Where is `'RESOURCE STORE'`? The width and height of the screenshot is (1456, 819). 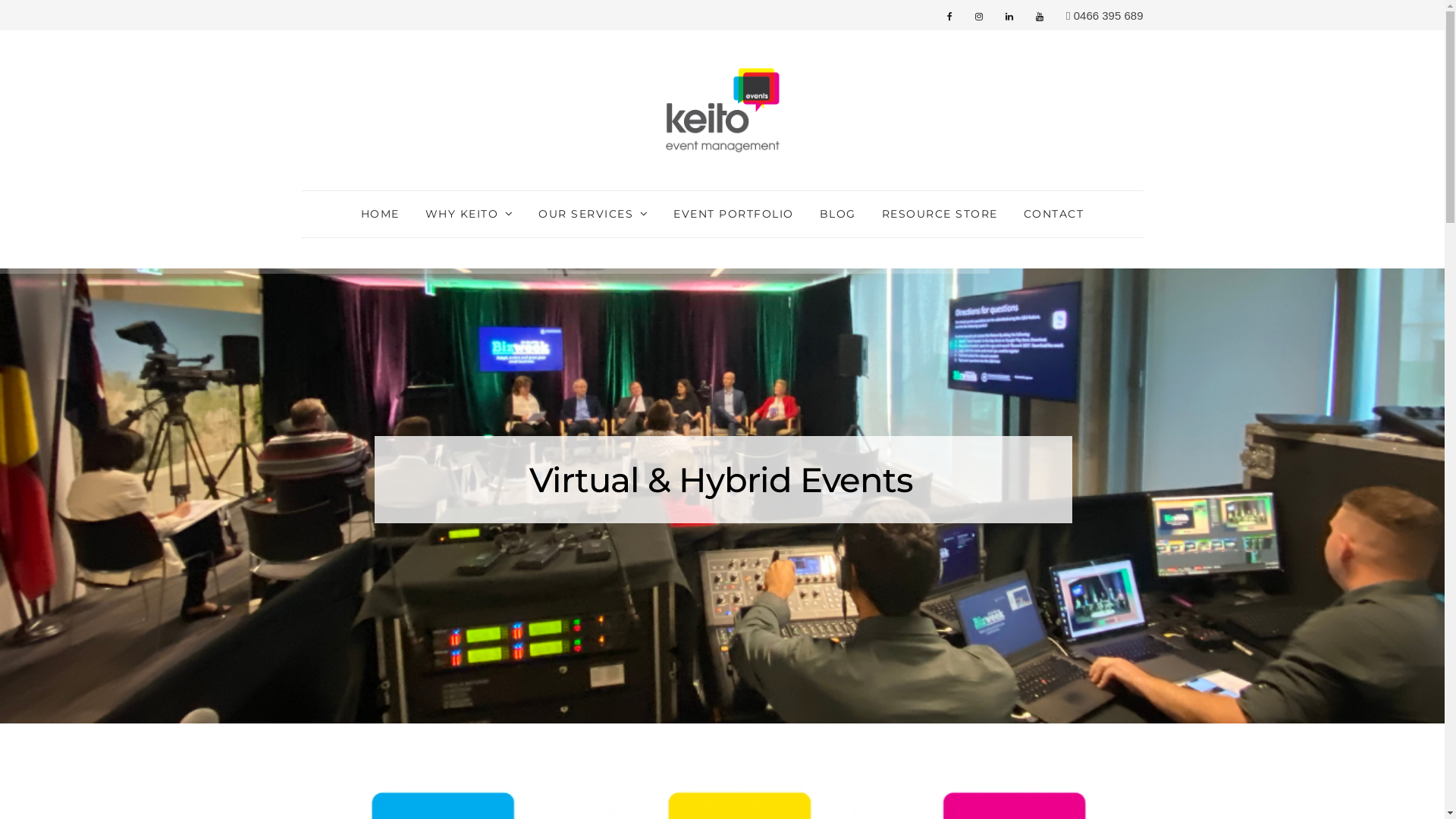 'RESOURCE STORE' is located at coordinates (939, 214).